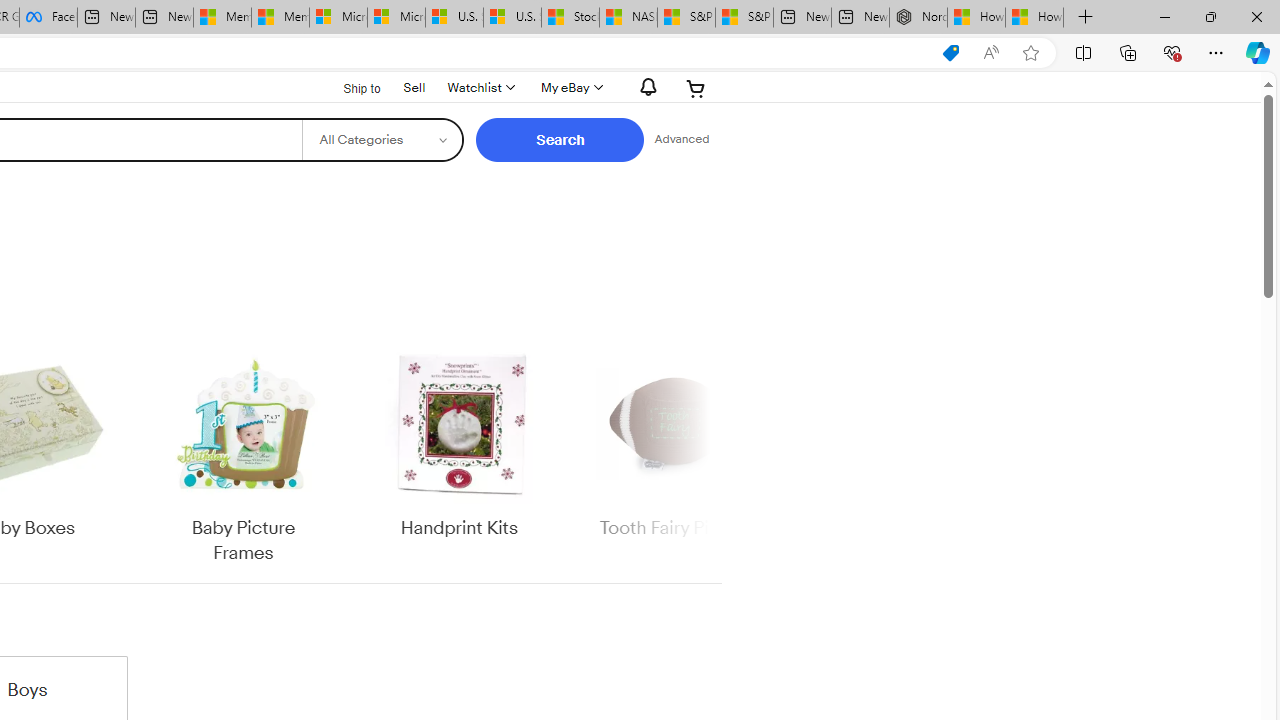 This screenshot has height=720, width=1280. I want to click on 'Browser essentials', so click(1171, 51).